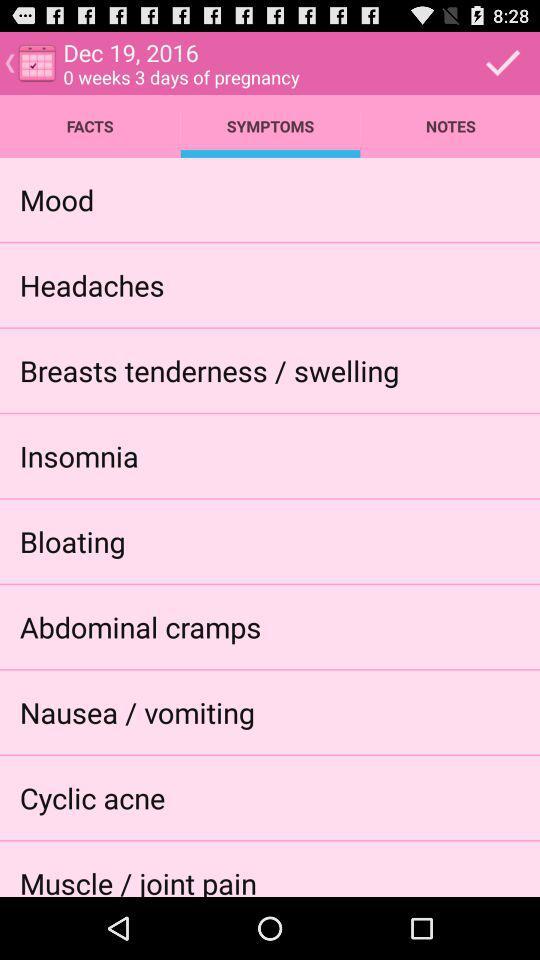  What do you see at coordinates (78, 455) in the screenshot?
I see `the item above bloating` at bounding box center [78, 455].